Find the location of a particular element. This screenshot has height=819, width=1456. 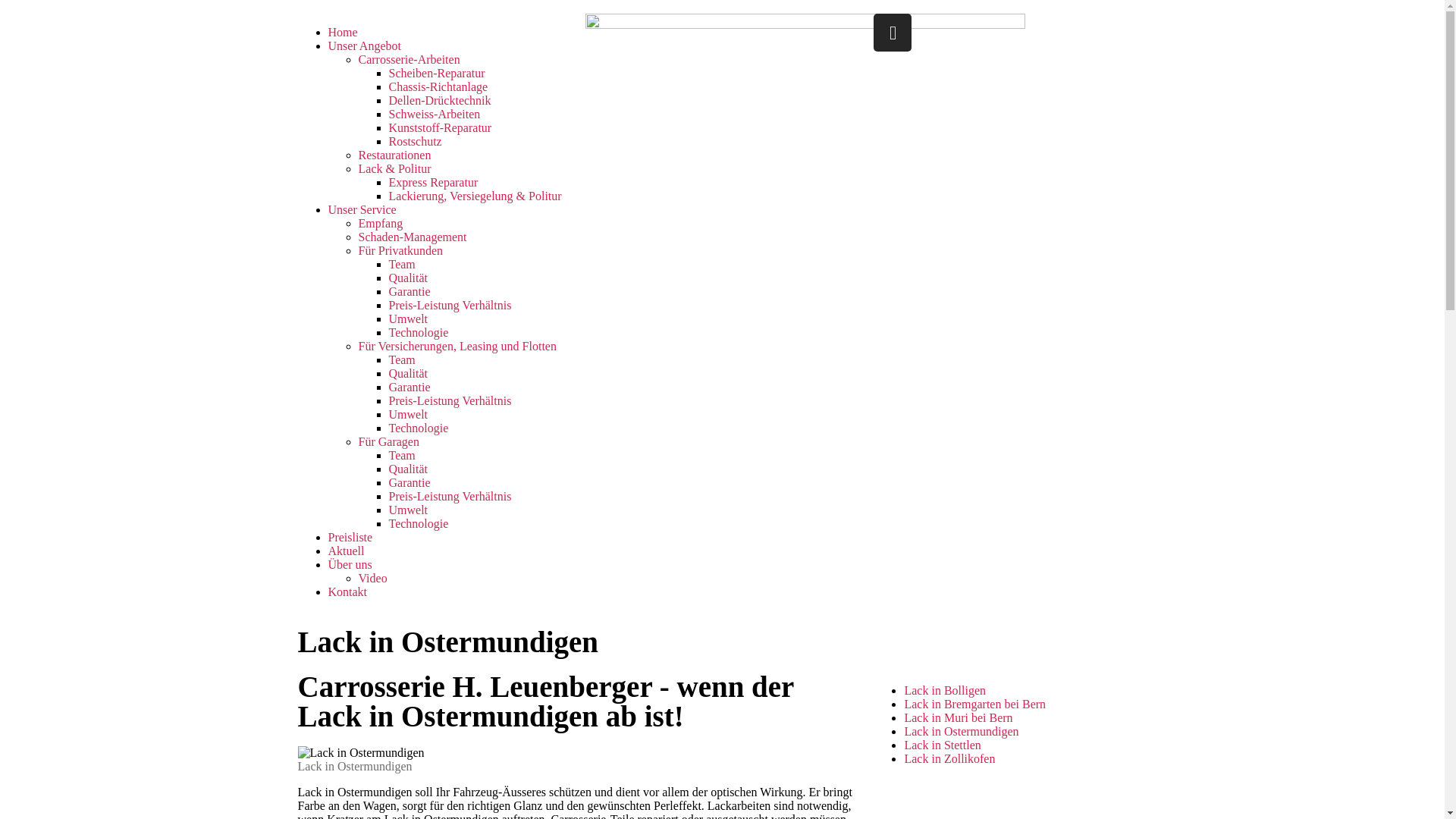

'Lack in Bolligen' is located at coordinates (903, 690).